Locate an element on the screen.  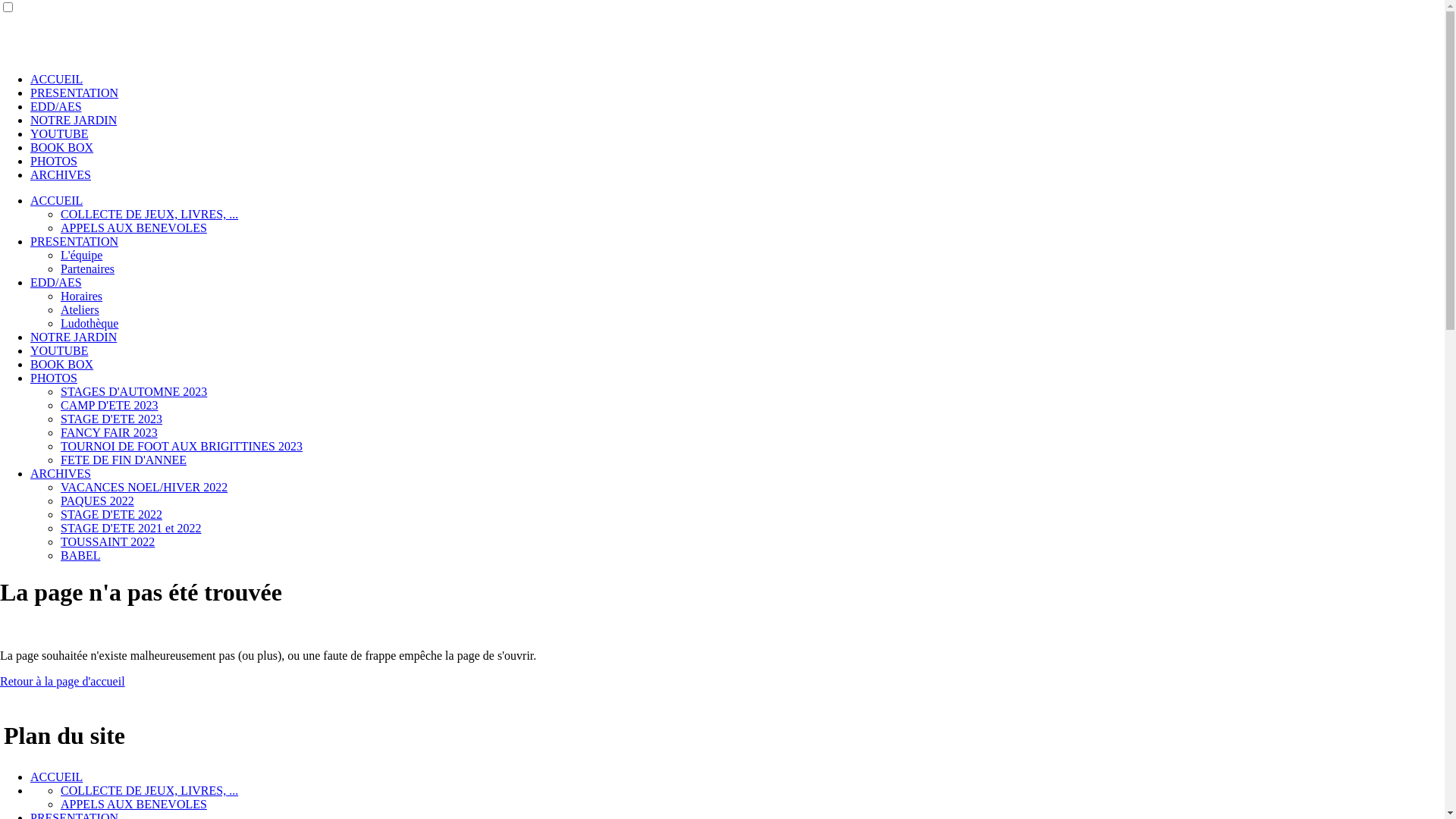
'CAMP D'ETE 2023' is located at coordinates (108, 404).